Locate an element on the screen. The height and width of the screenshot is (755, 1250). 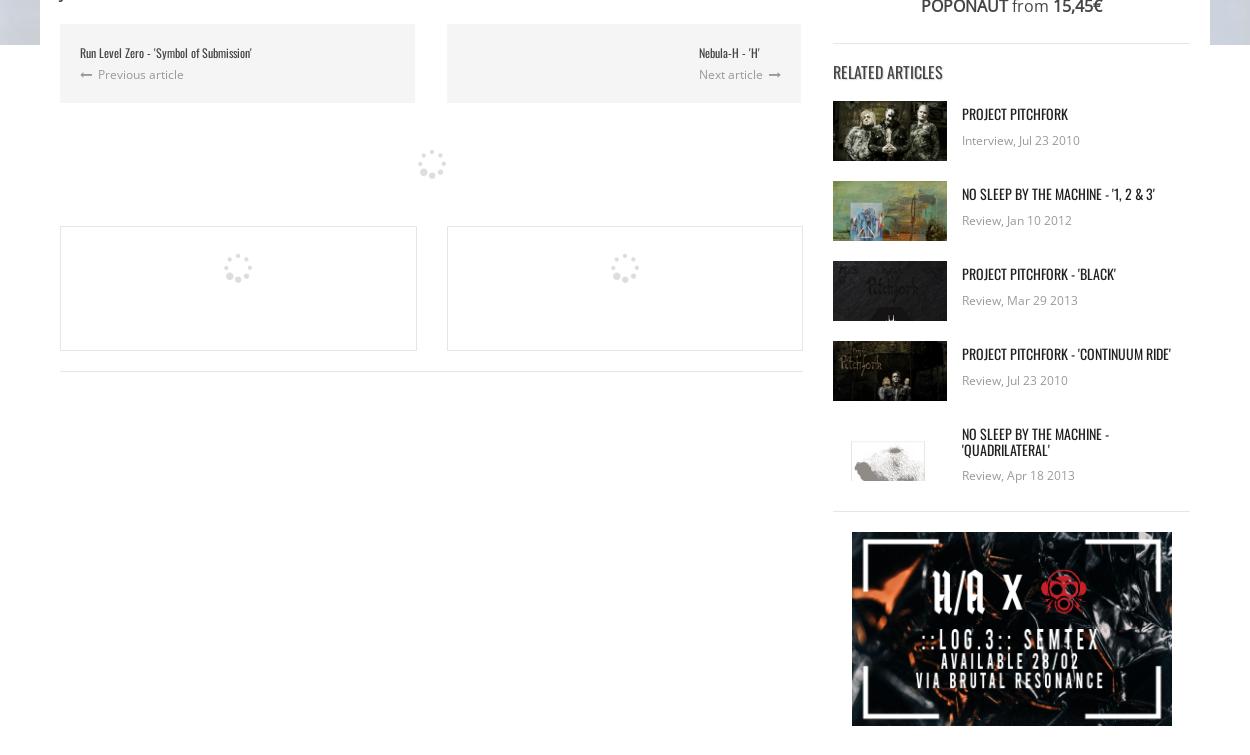
'Project Pitchfork - 'Black'' is located at coordinates (1039, 273).